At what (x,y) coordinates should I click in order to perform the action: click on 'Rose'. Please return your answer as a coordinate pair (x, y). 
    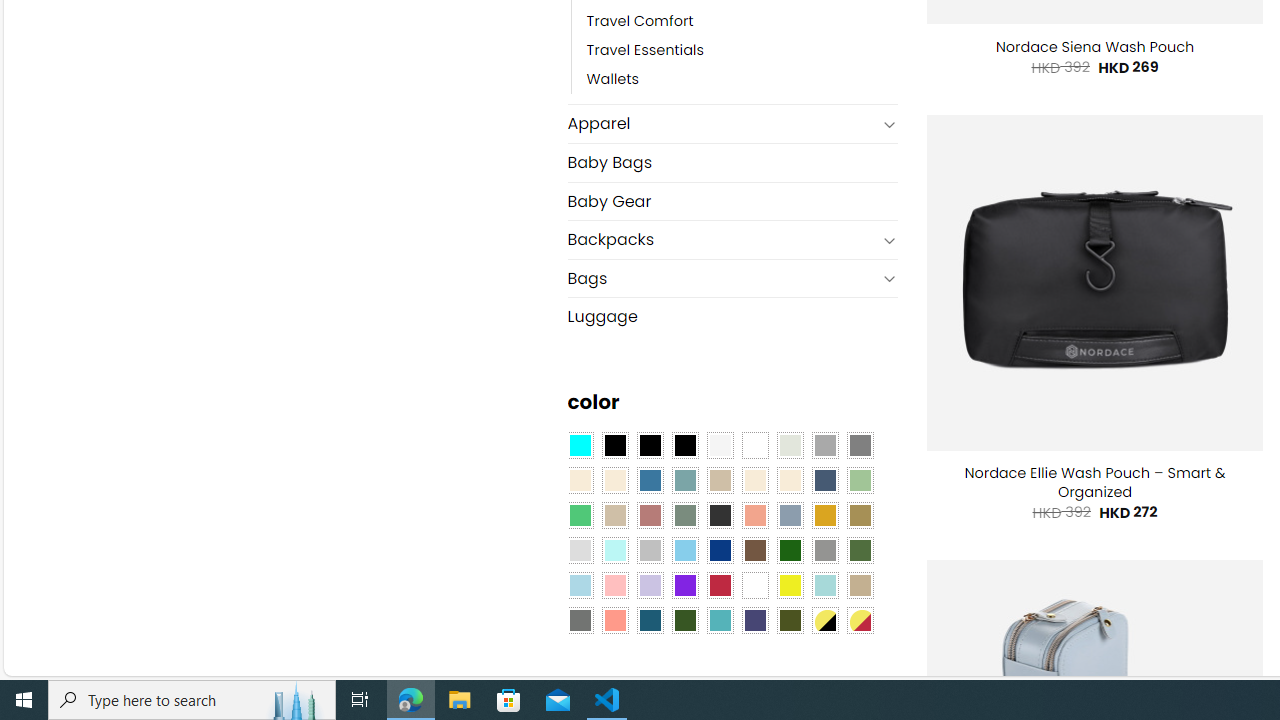
    Looking at the image, I should click on (650, 513).